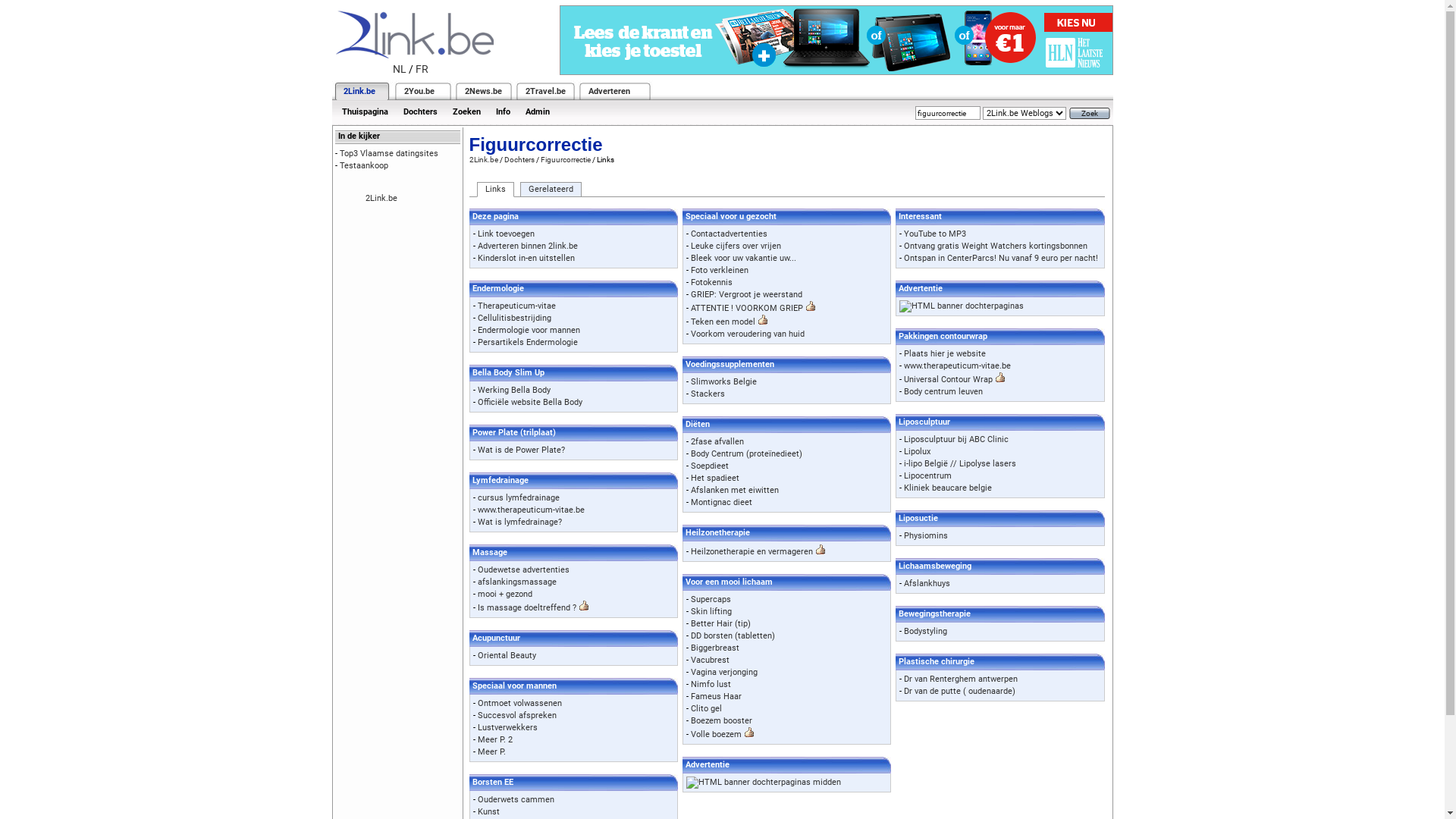 The height and width of the screenshot is (819, 1456). Describe the element at coordinates (364, 165) in the screenshot. I see `'Testaankoop'` at that location.